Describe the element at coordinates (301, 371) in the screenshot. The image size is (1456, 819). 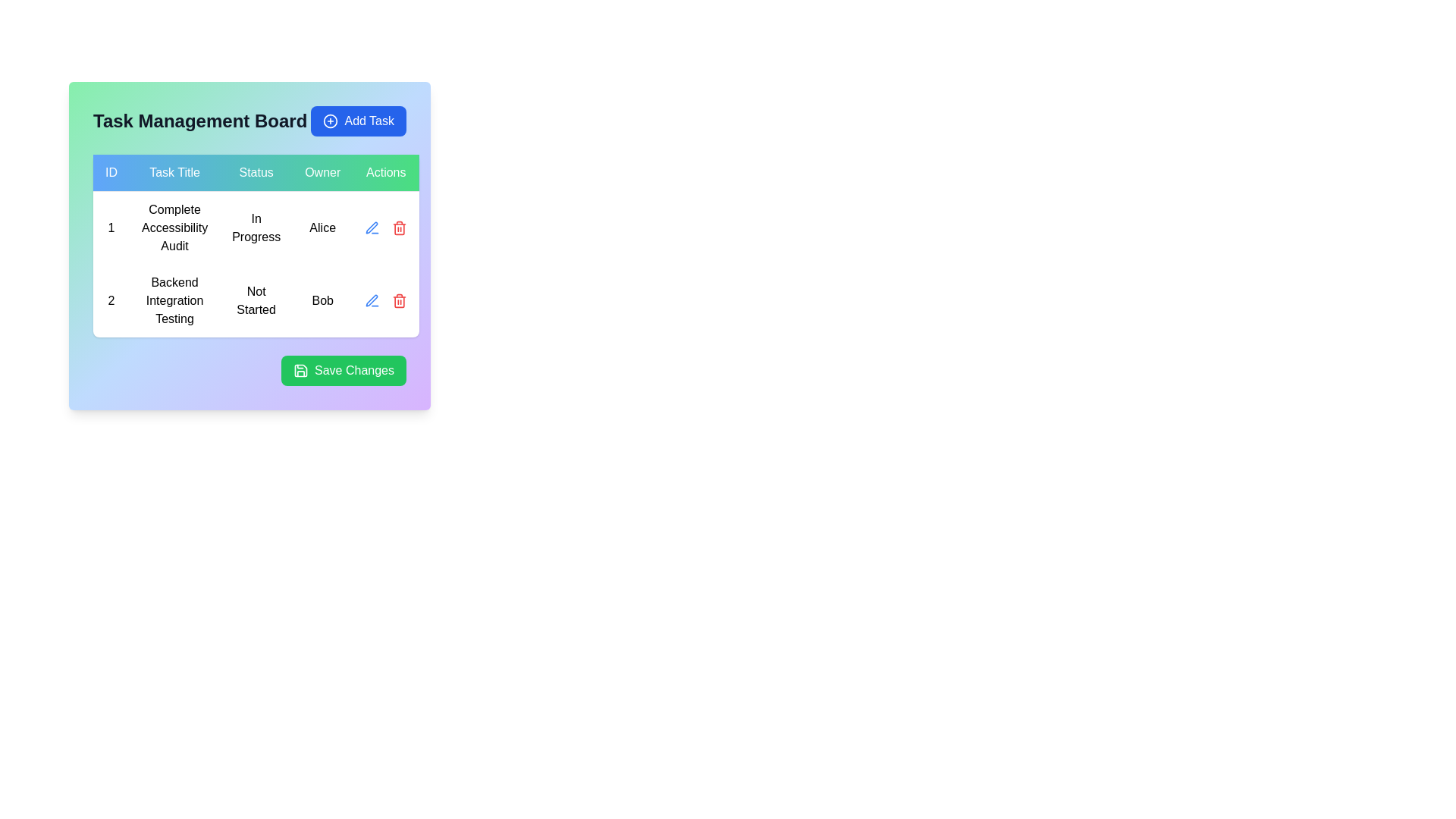
I see `the save button icon` at that location.